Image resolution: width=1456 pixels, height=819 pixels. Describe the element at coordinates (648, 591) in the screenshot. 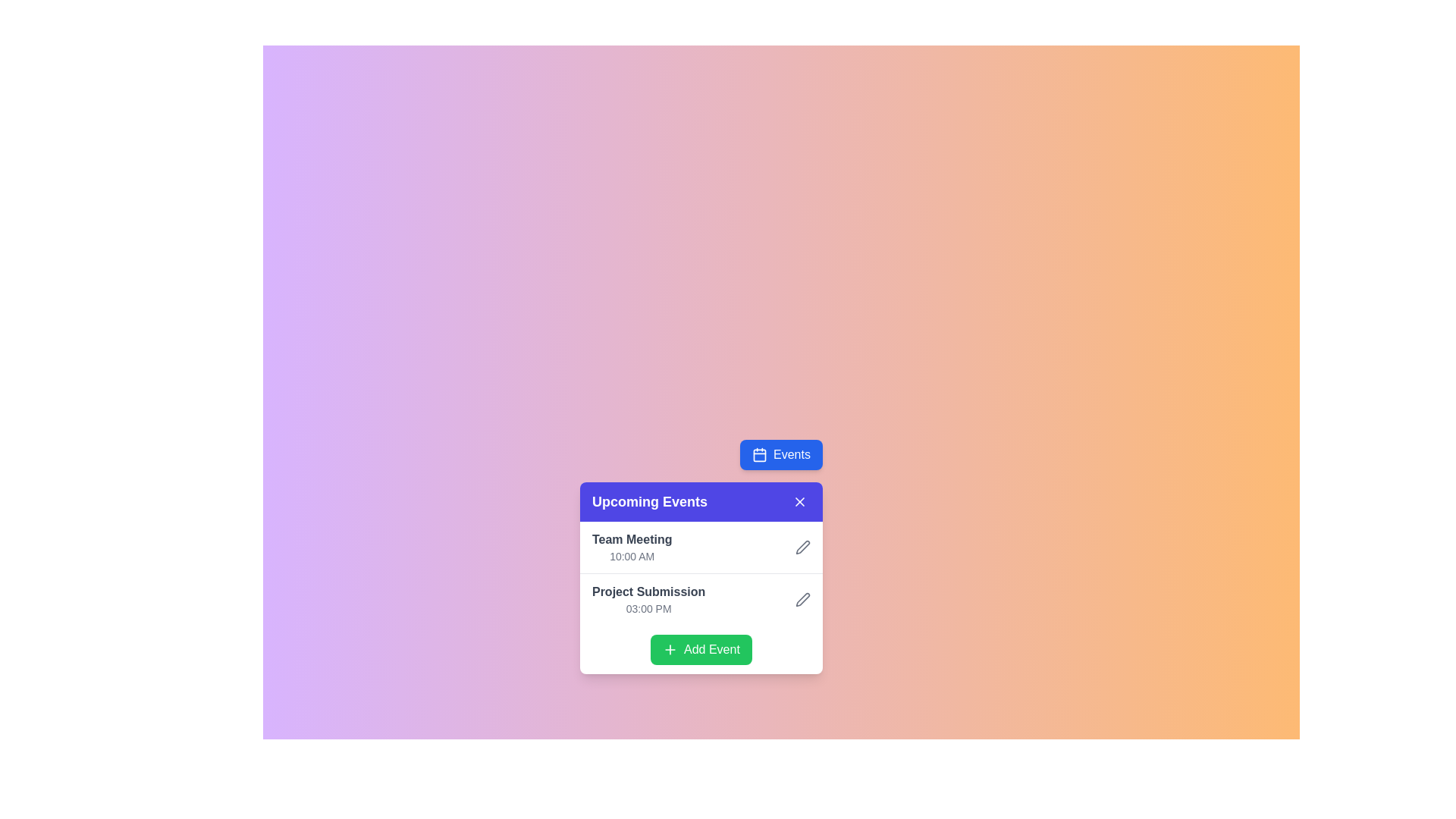

I see `the text label displaying 'Project Submission', which is styled in bold medium gray and is positioned above the smaller lighter gray text '03:00 PM' within the 'Upcoming Events' card` at that location.